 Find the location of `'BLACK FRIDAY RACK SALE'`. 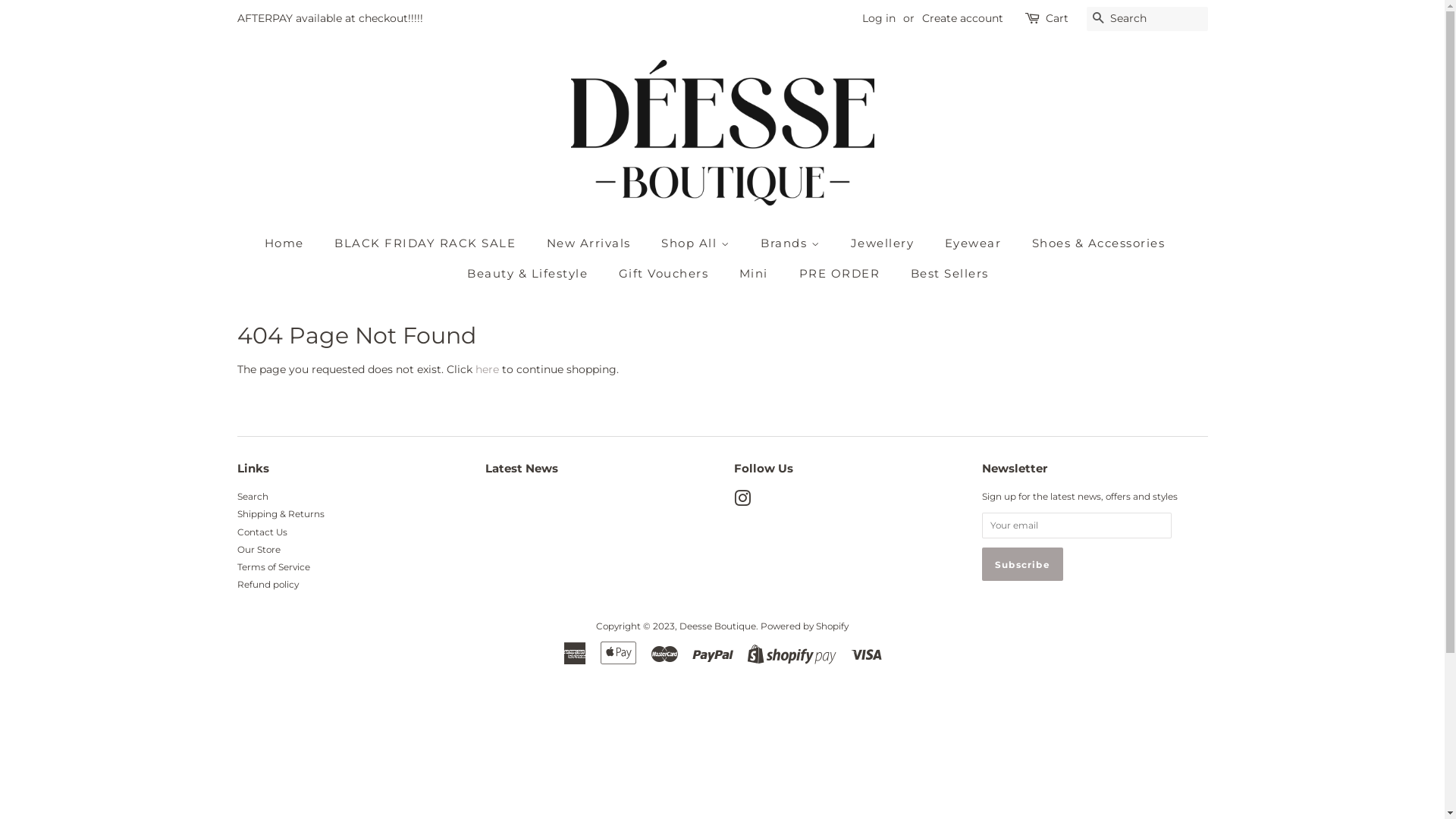

'BLACK FRIDAY RACK SALE' is located at coordinates (425, 242).